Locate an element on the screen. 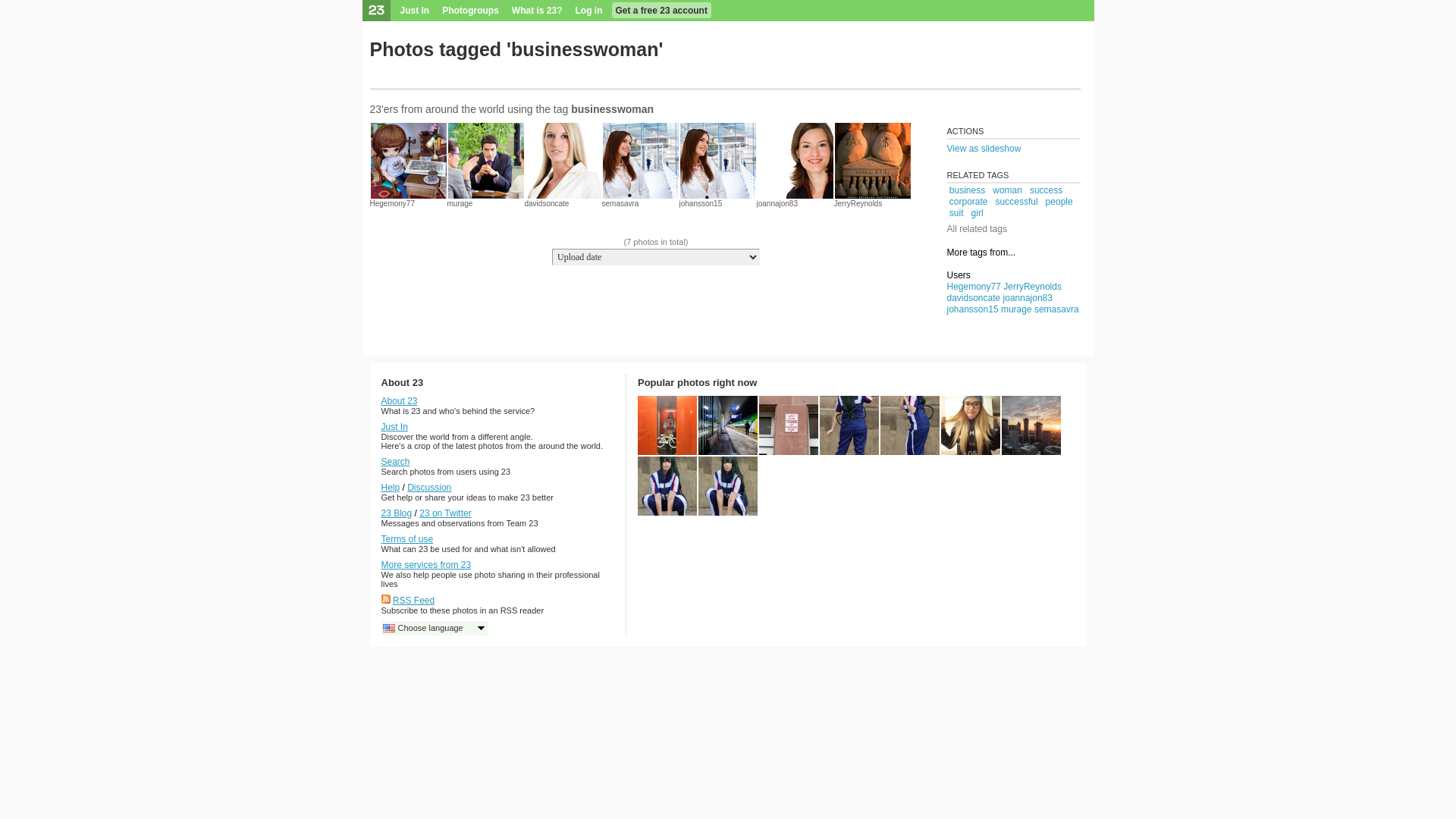 Image resolution: width=1456 pixels, height=819 pixels. 'business' is located at coordinates (949, 189).